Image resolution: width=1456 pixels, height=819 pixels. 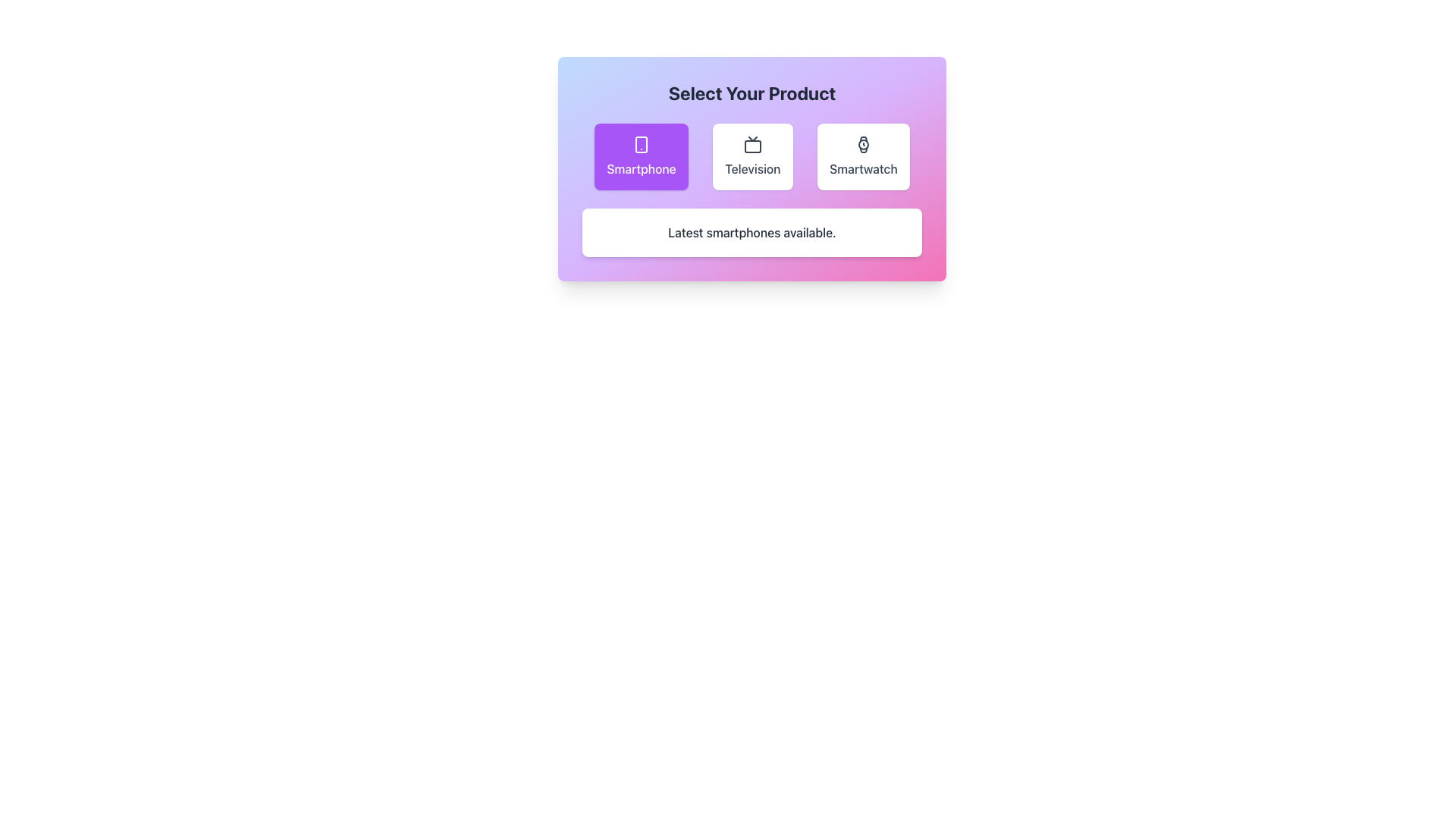 I want to click on the graphical decoration inside the television icon, which is a small rectangular shape with rounded corners, positioned between the Smartphone and Smartwatch options, so click(x=752, y=146).